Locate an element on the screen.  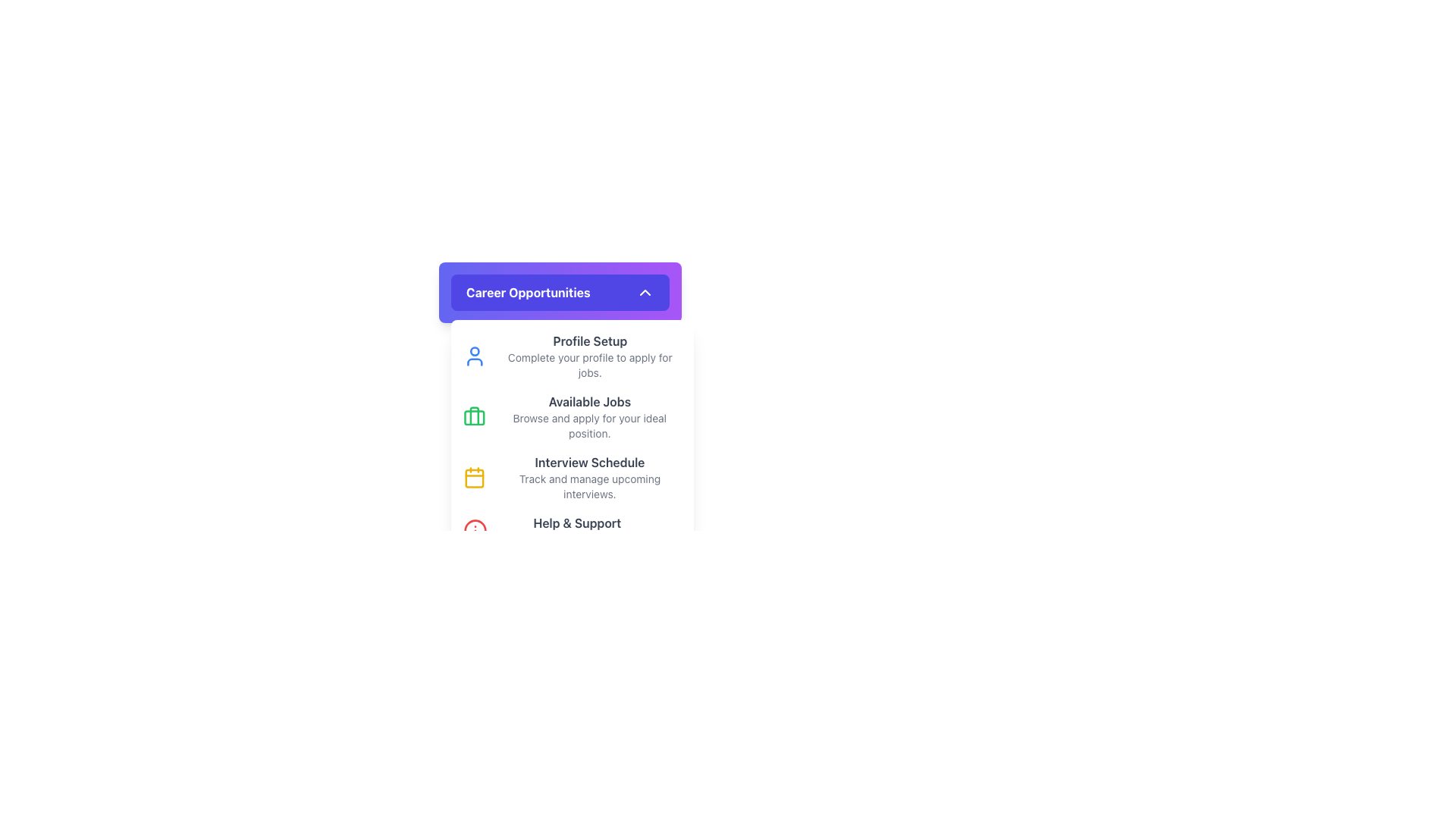
the 'Interview Schedule' navigation item, which consists of a yellow calendar icon and descriptive text is located at coordinates (571, 476).